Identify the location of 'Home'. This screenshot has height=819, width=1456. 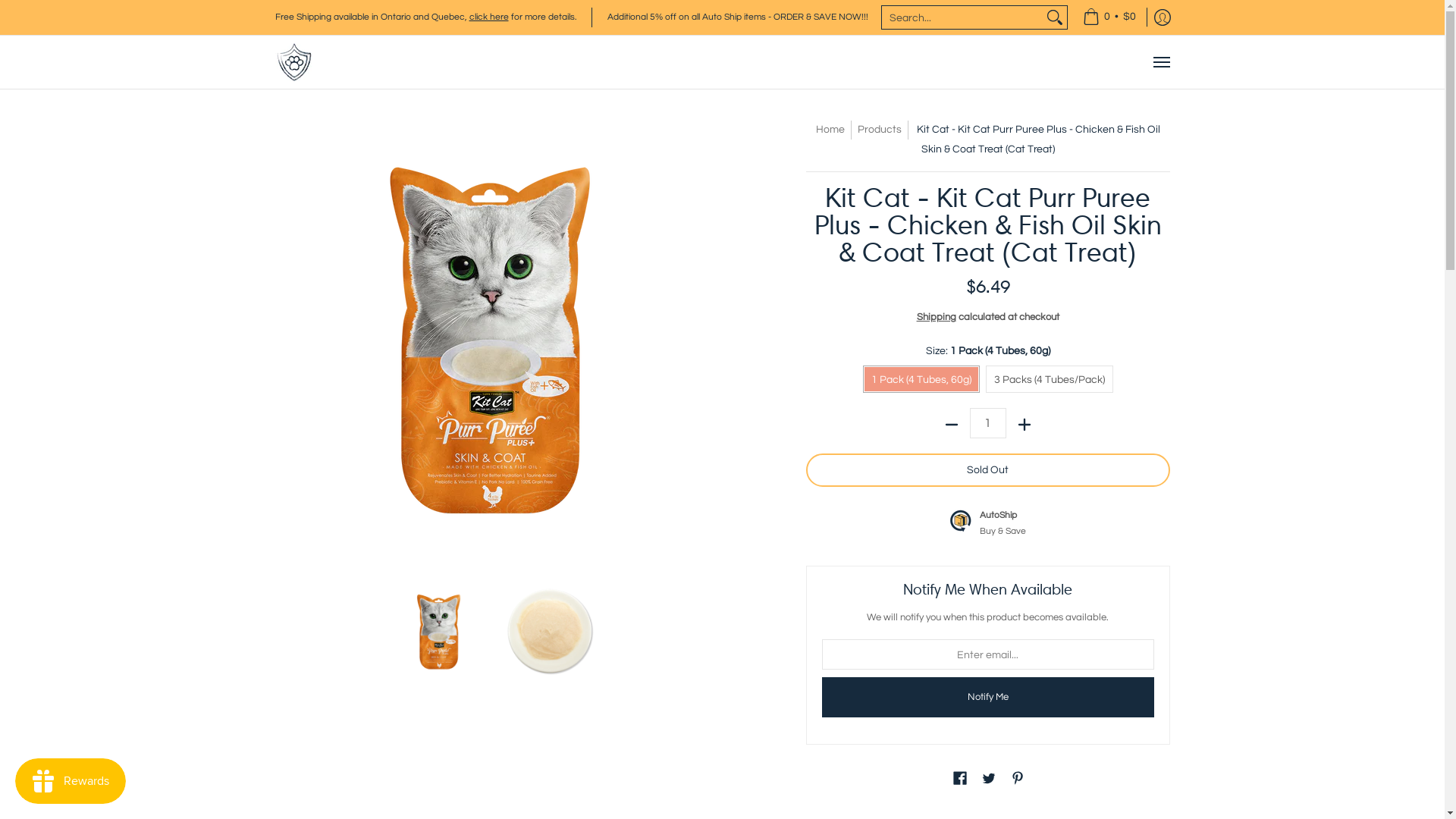
(829, 128).